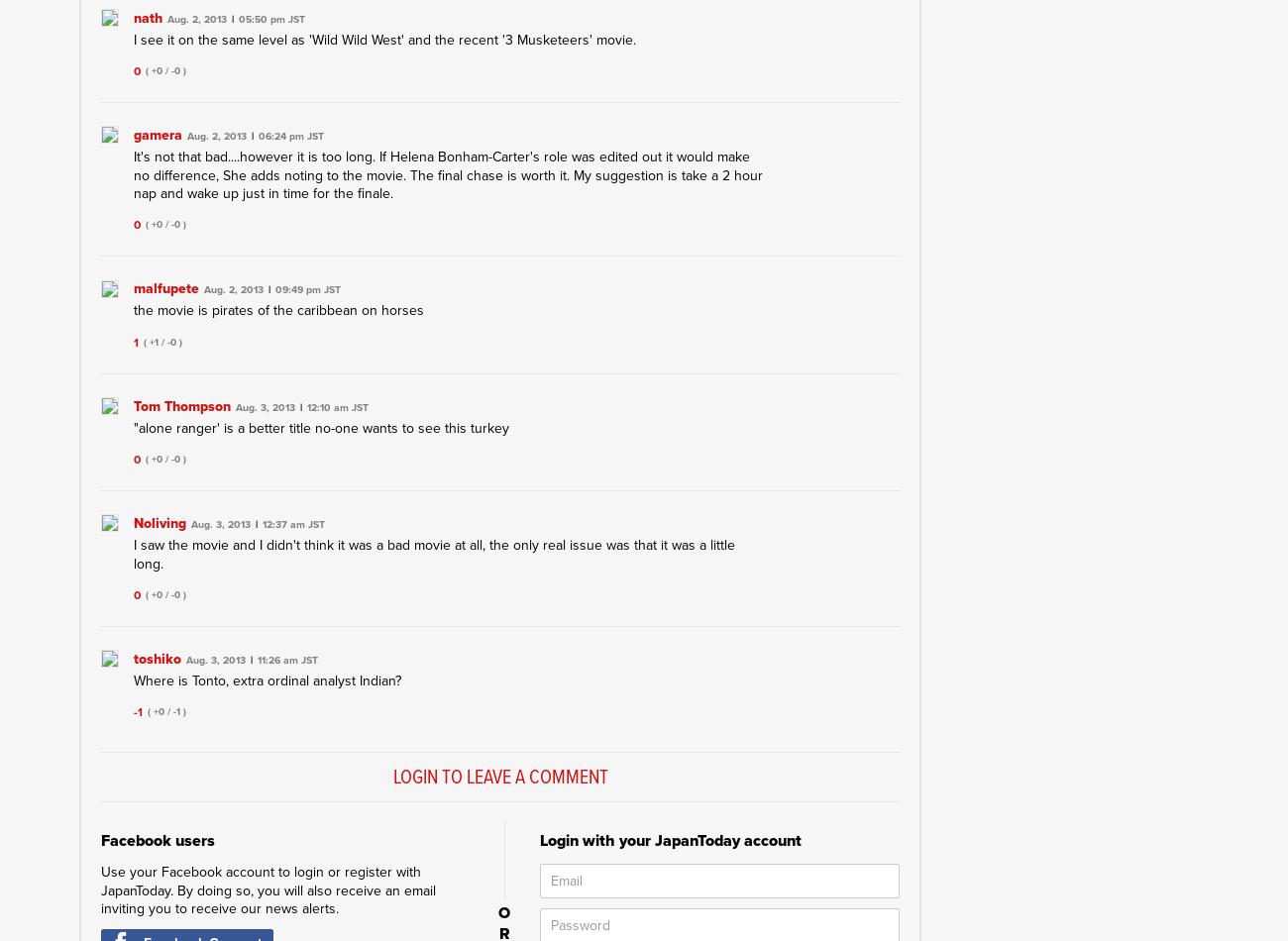 Image resolution: width=1288 pixels, height=941 pixels. Describe the element at coordinates (132, 39) in the screenshot. I see `'I see it on the same level as 'Wild Wild West' and the recent '3 Musketeers' movie.'` at that location.